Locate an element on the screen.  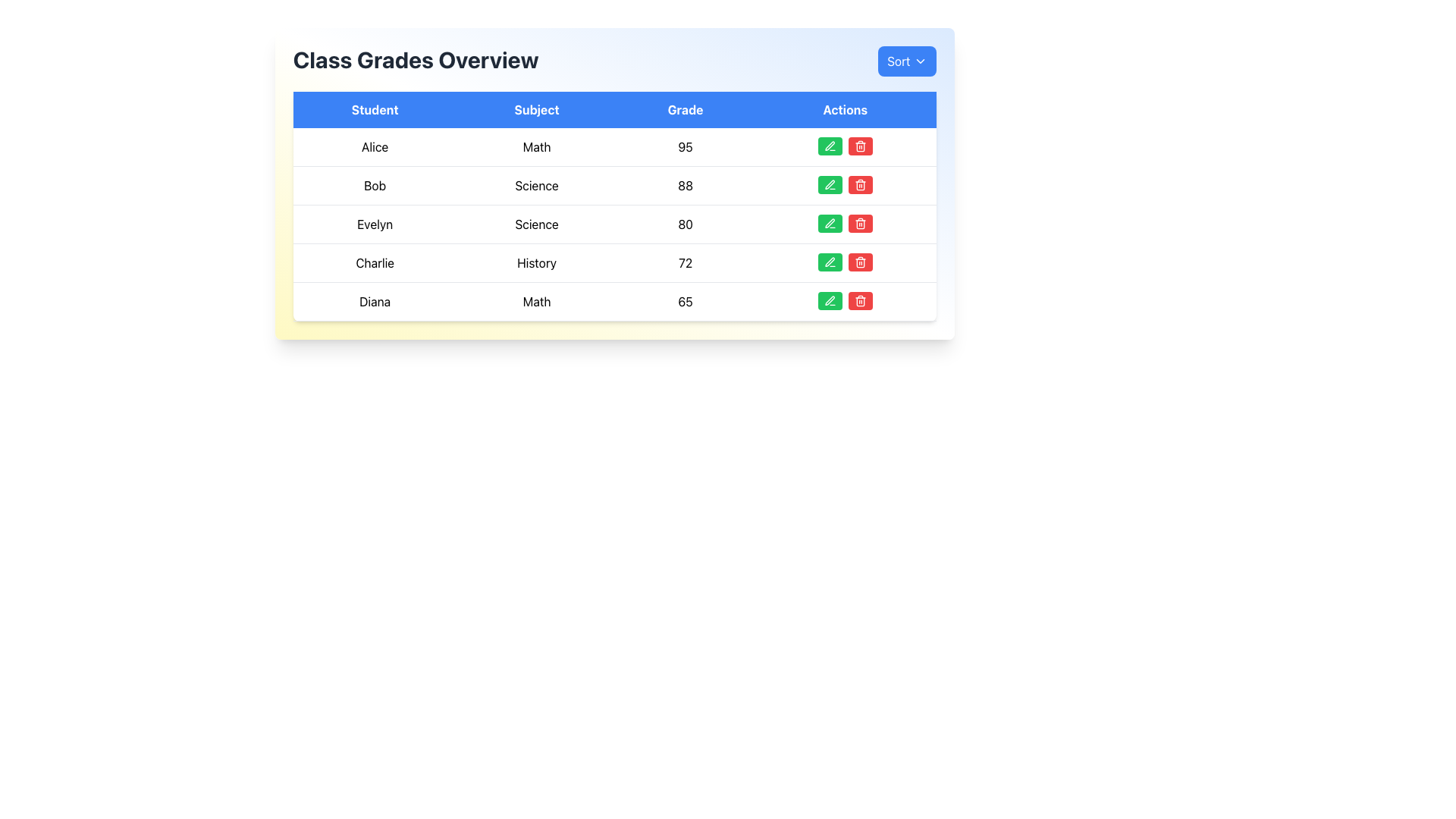
the green pencil icon for edit functionality located in the Actions column of the table, in the last row corresponding to the student Diana is located at coordinates (829, 301).